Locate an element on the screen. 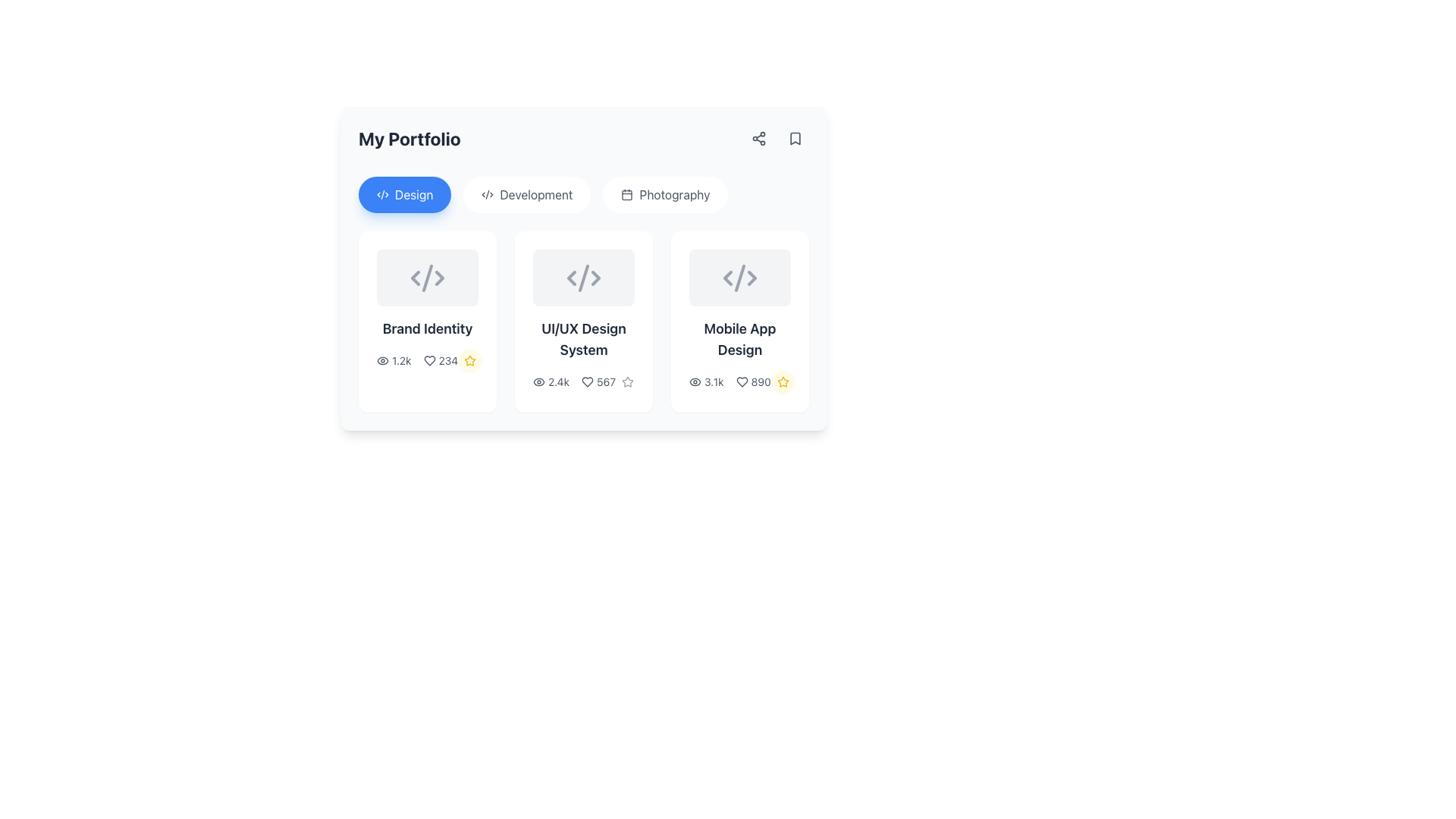 This screenshot has width=1456, height=819. the graphical representation icon located centrally among its siblings within the first card of the grid layout below the 'My Portfolio' heading is located at coordinates (427, 278).